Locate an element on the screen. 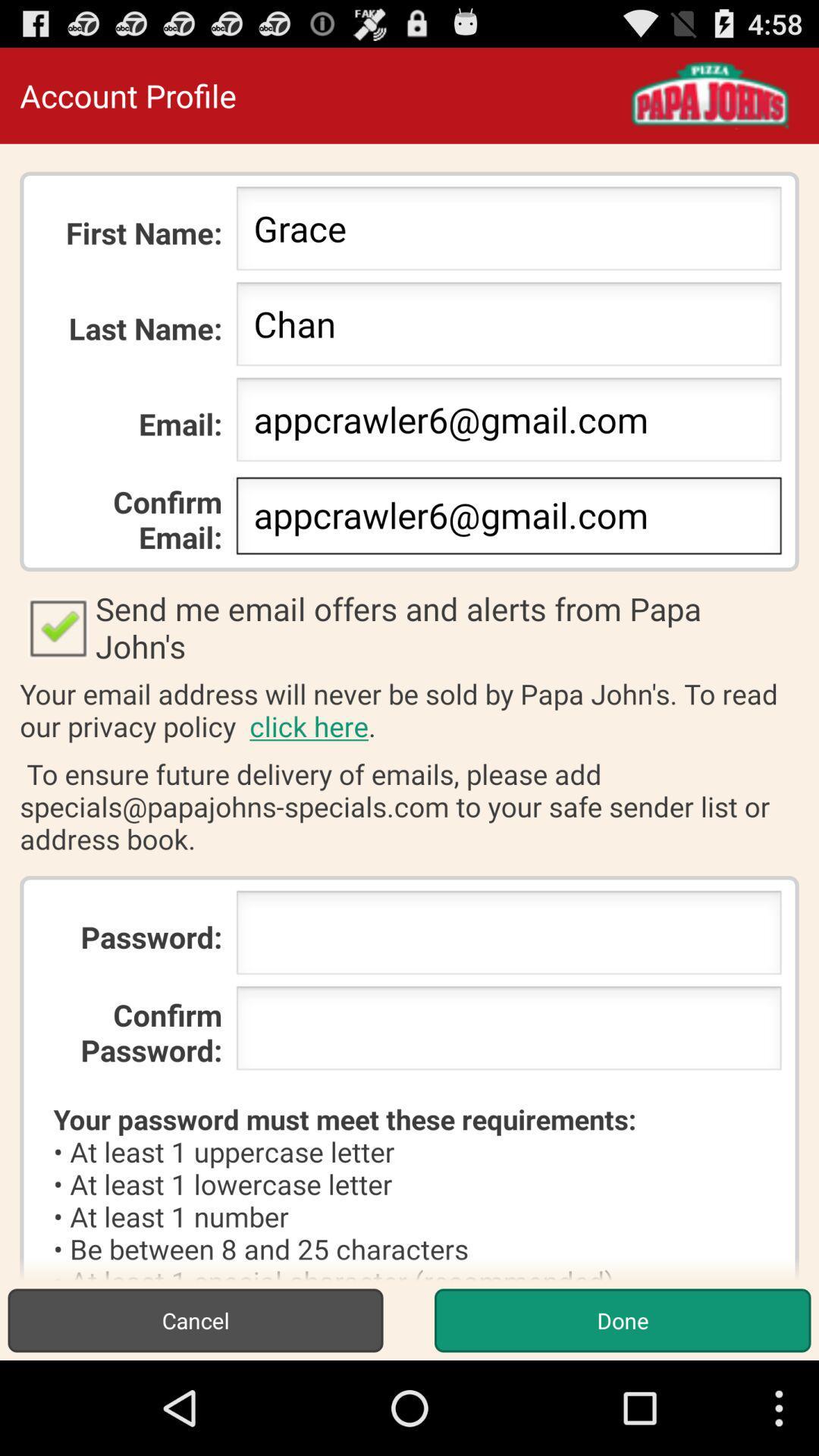 The width and height of the screenshot is (819, 1456). password to confirm is located at coordinates (509, 1032).